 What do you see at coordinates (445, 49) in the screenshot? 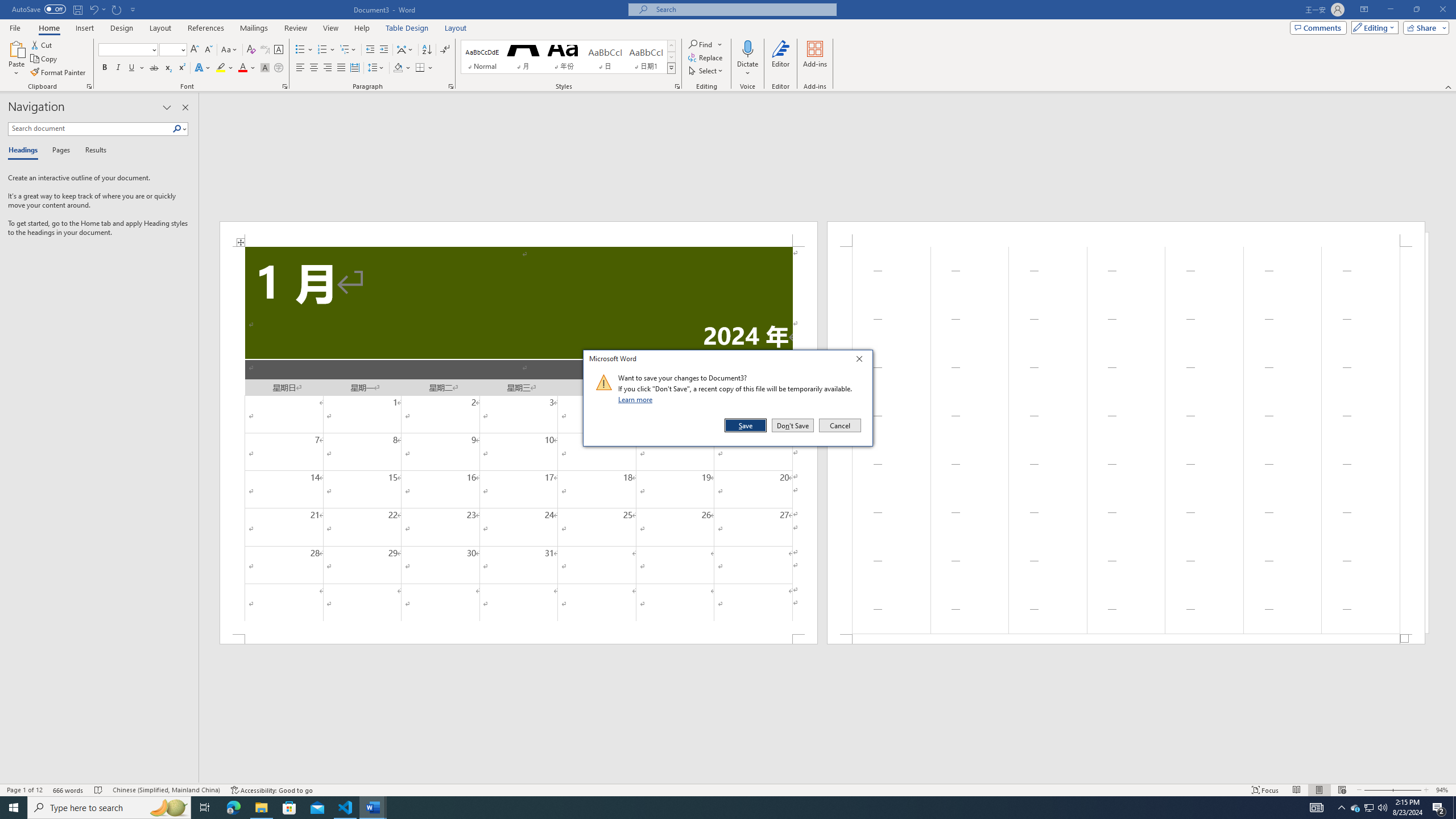
I see `'Show/Hide Editing Marks'` at bounding box center [445, 49].